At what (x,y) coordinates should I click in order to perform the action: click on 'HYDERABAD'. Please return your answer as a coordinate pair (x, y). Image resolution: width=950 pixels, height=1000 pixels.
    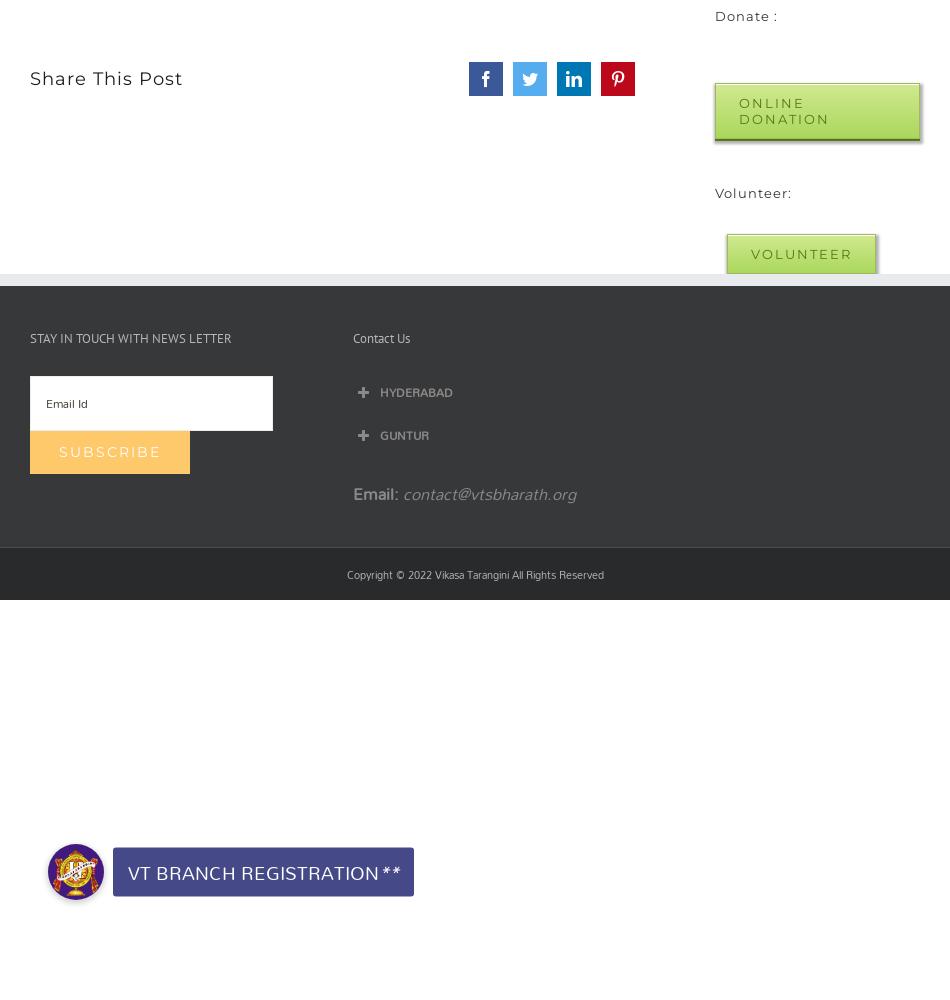
    Looking at the image, I should click on (415, 392).